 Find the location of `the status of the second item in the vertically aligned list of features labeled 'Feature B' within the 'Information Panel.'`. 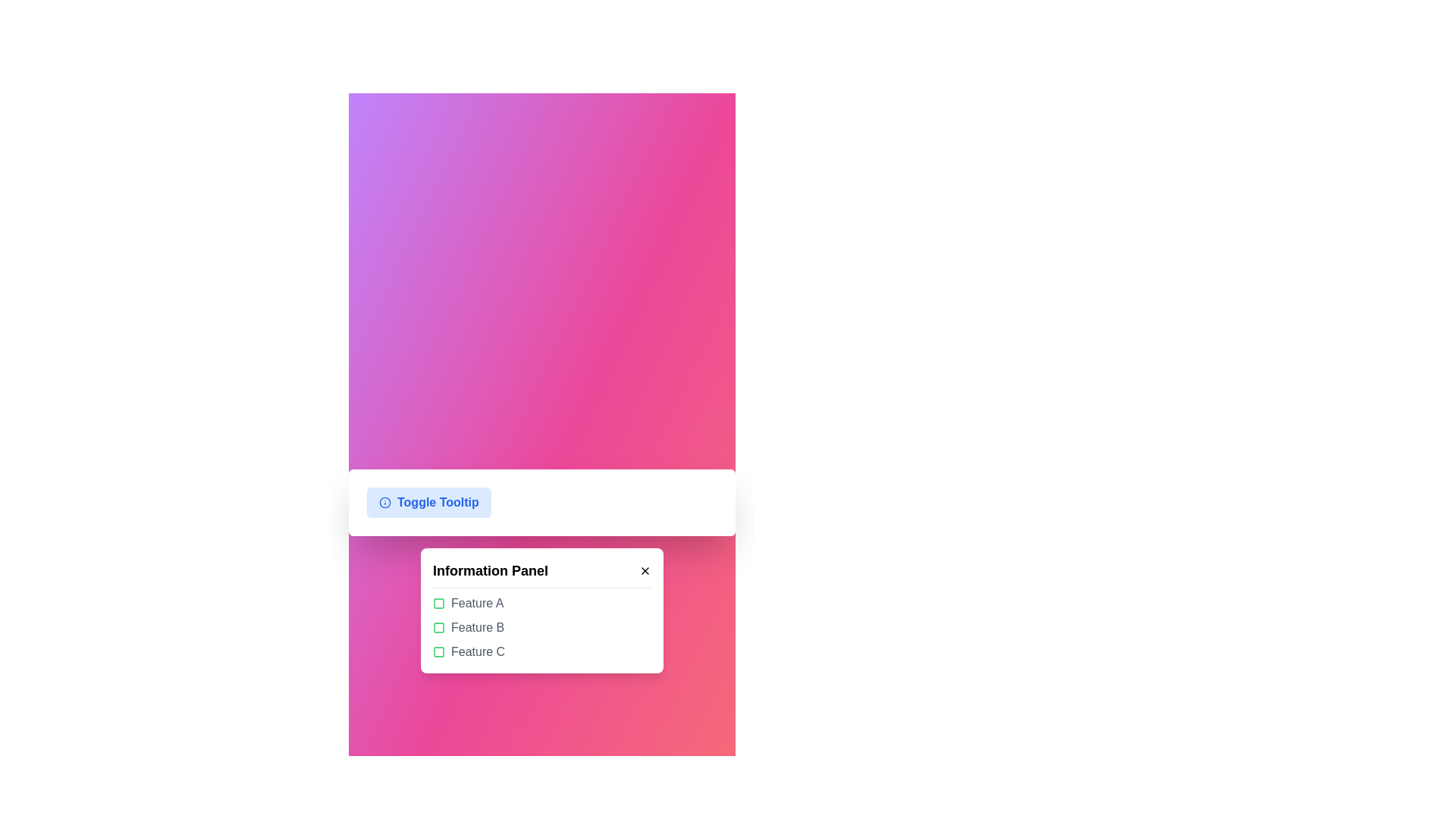

the status of the second item in the vertically aligned list of features labeled 'Feature B' within the 'Information Panel.' is located at coordinates (542, 628).